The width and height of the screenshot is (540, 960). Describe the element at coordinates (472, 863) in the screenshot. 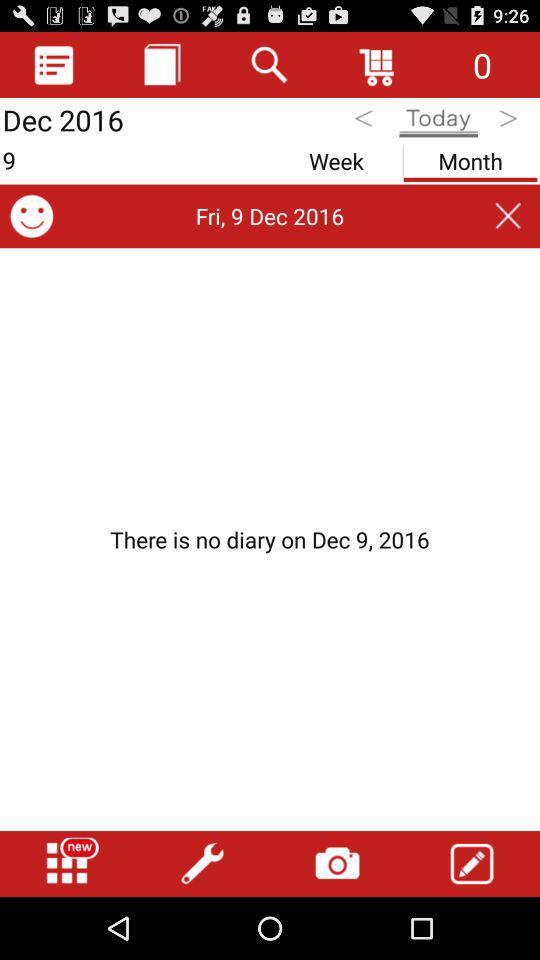

I see `entry` at that location.